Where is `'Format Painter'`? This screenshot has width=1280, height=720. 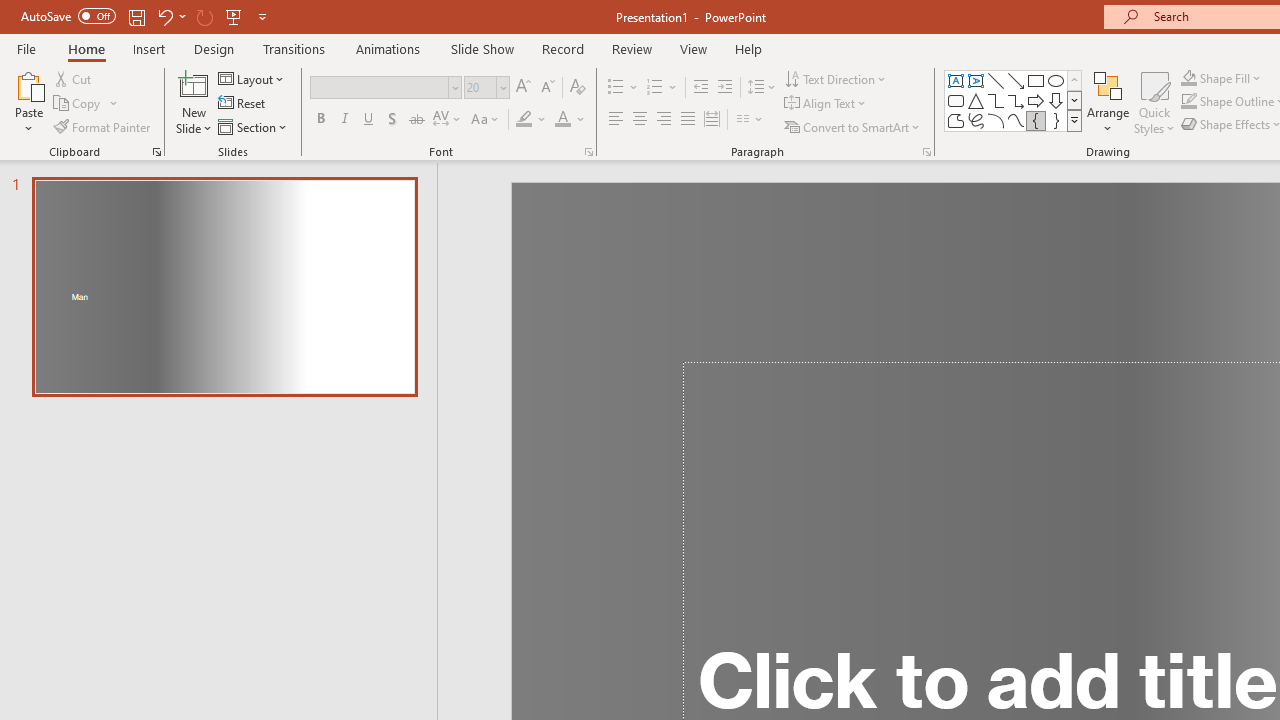 'Format Painter' is located at coordinates (102, 127).